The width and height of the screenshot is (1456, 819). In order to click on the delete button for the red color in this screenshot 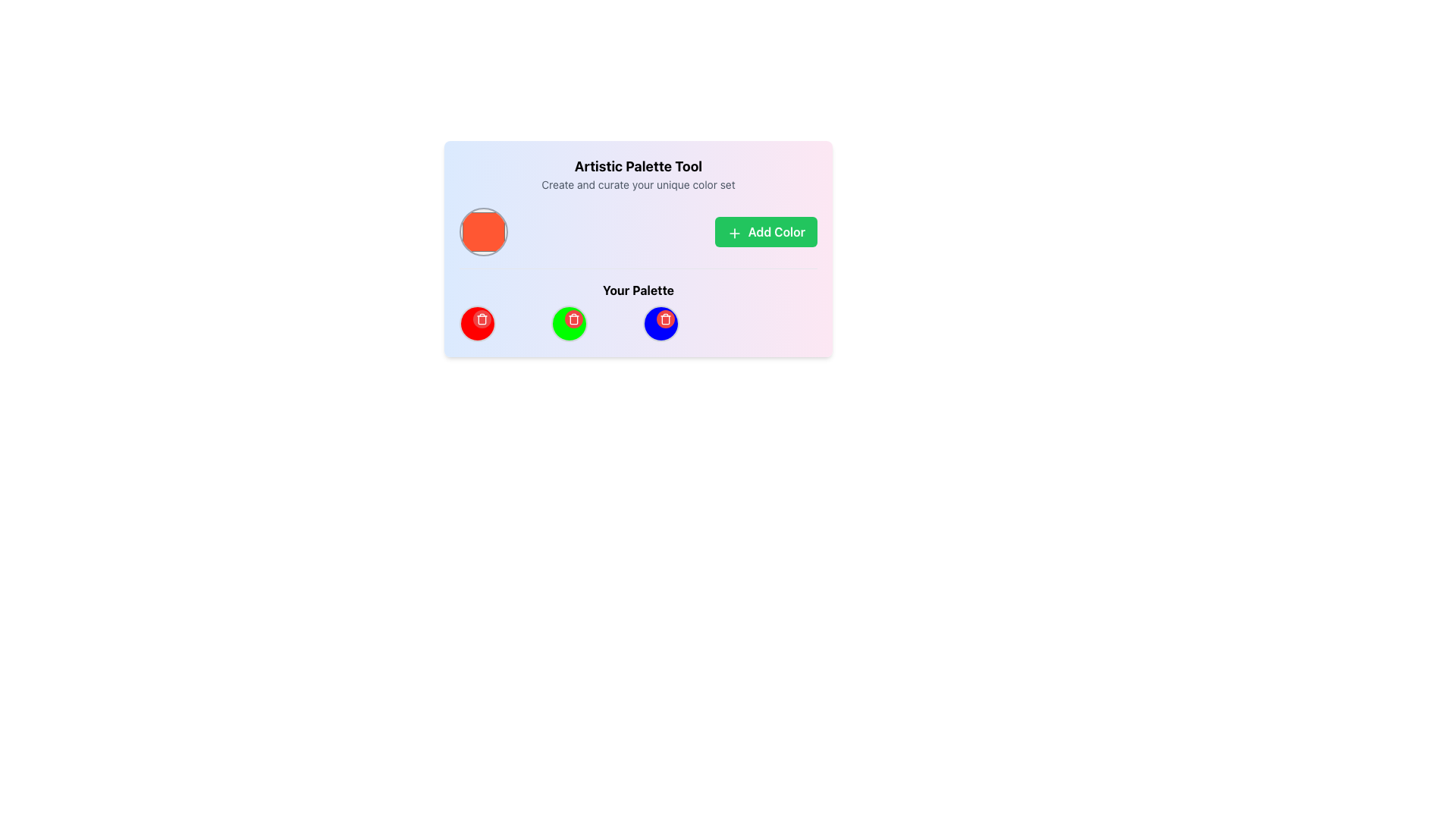, I will do `click(481, 318)`.